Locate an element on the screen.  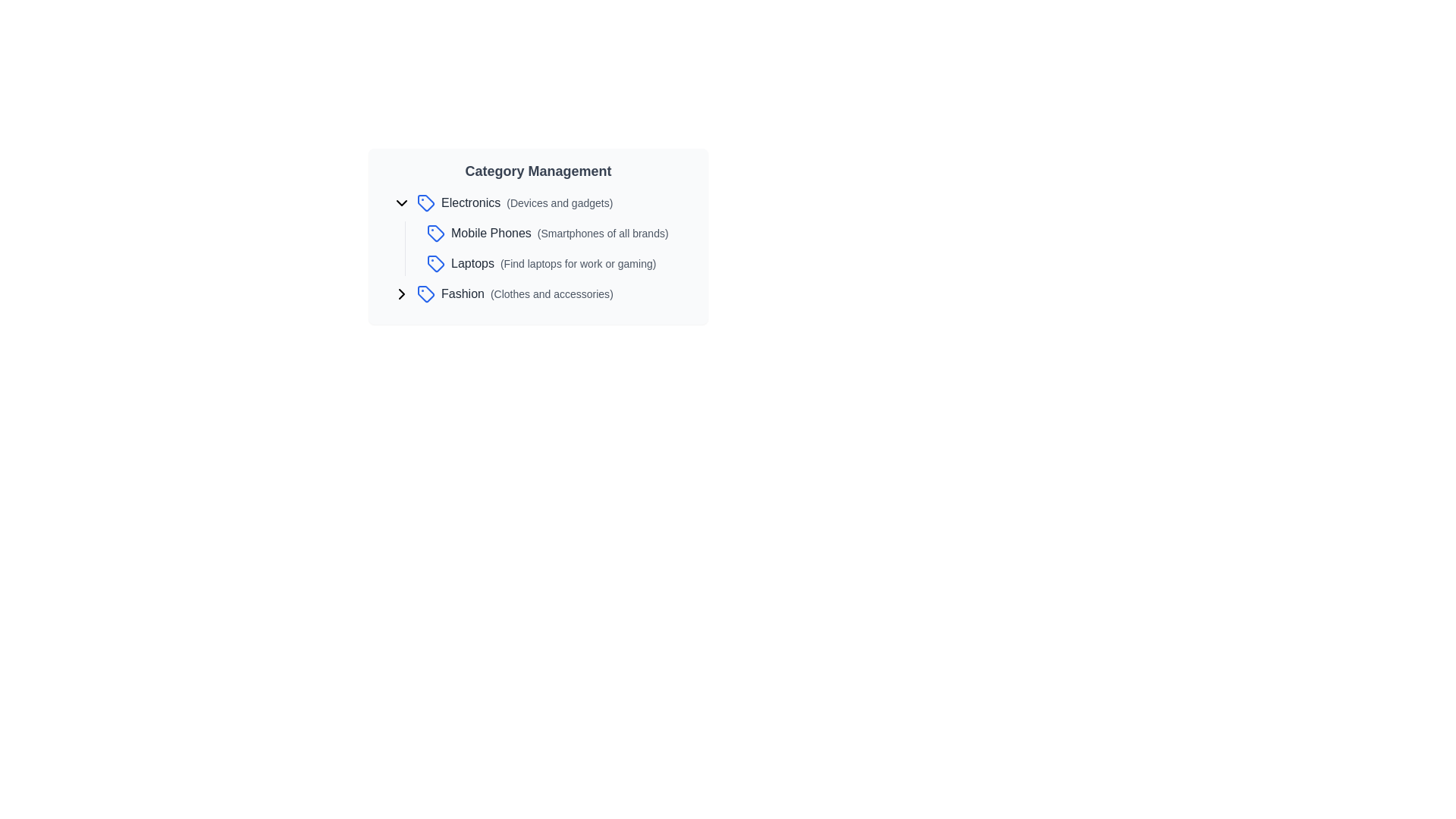
the 'Electronics' category icon located in the 'Category Management' section is located at coordinates (425, 202).